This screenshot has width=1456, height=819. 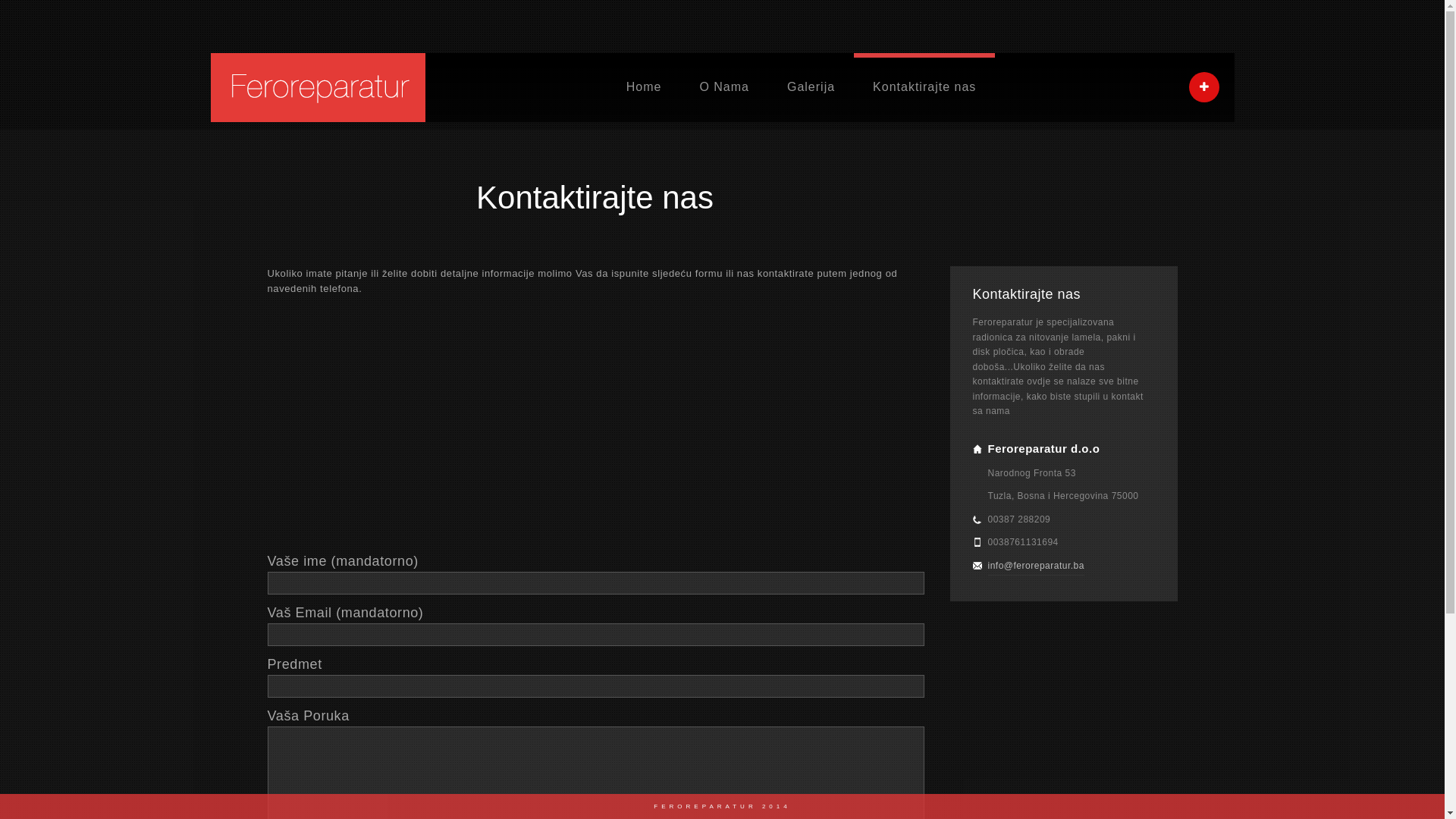 What do you see at coordinates (679, 87) in the screenshot?
I see `'O Nama'` at bounding box center [679, 87].